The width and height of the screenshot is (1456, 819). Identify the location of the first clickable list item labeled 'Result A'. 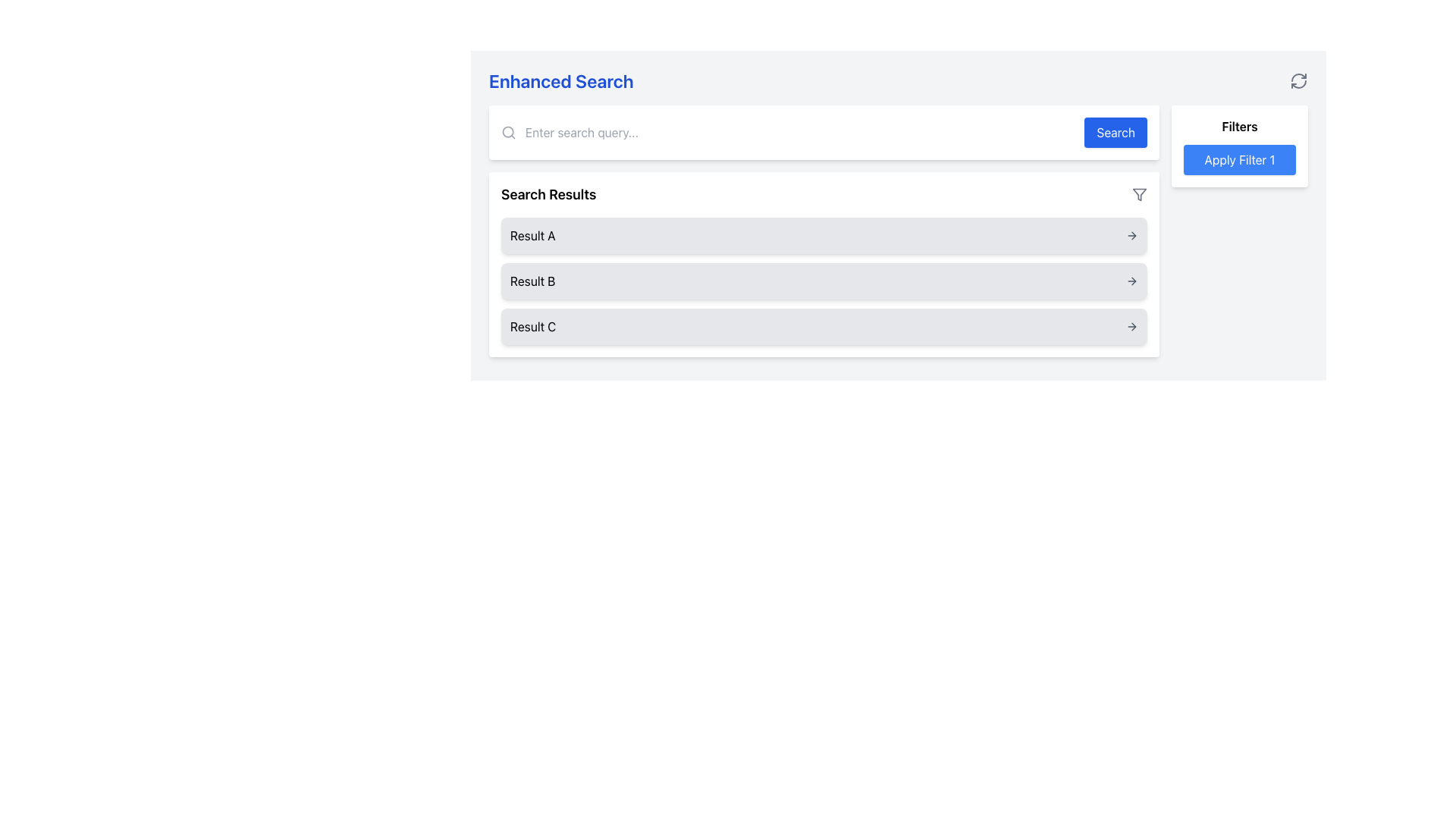
(823, 236).